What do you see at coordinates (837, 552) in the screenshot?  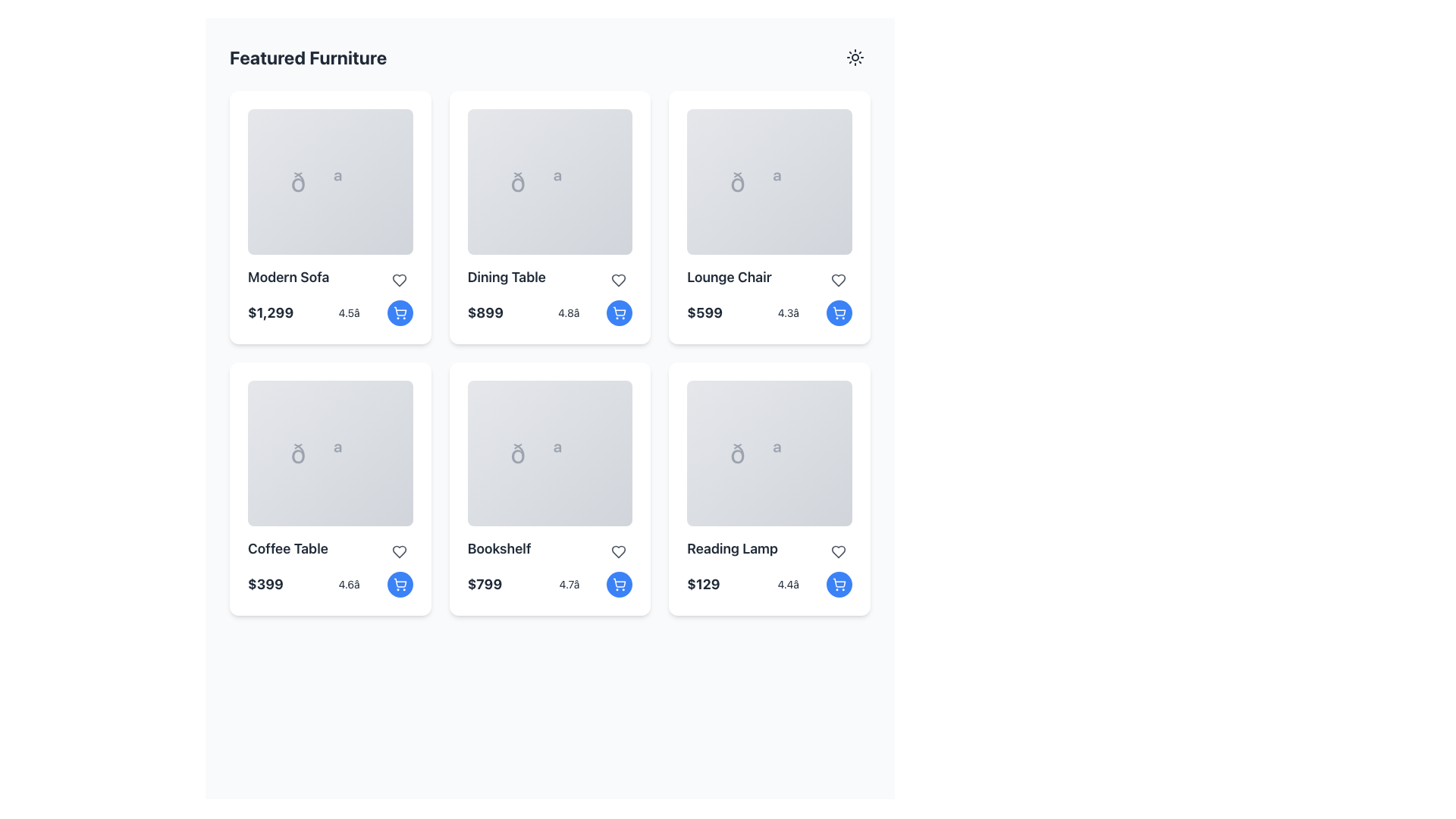 I see `the heart icon located at the top-right corner of the 'Reading Lamp' product card to mark it as a favorite` at bounding box center [837, 552].